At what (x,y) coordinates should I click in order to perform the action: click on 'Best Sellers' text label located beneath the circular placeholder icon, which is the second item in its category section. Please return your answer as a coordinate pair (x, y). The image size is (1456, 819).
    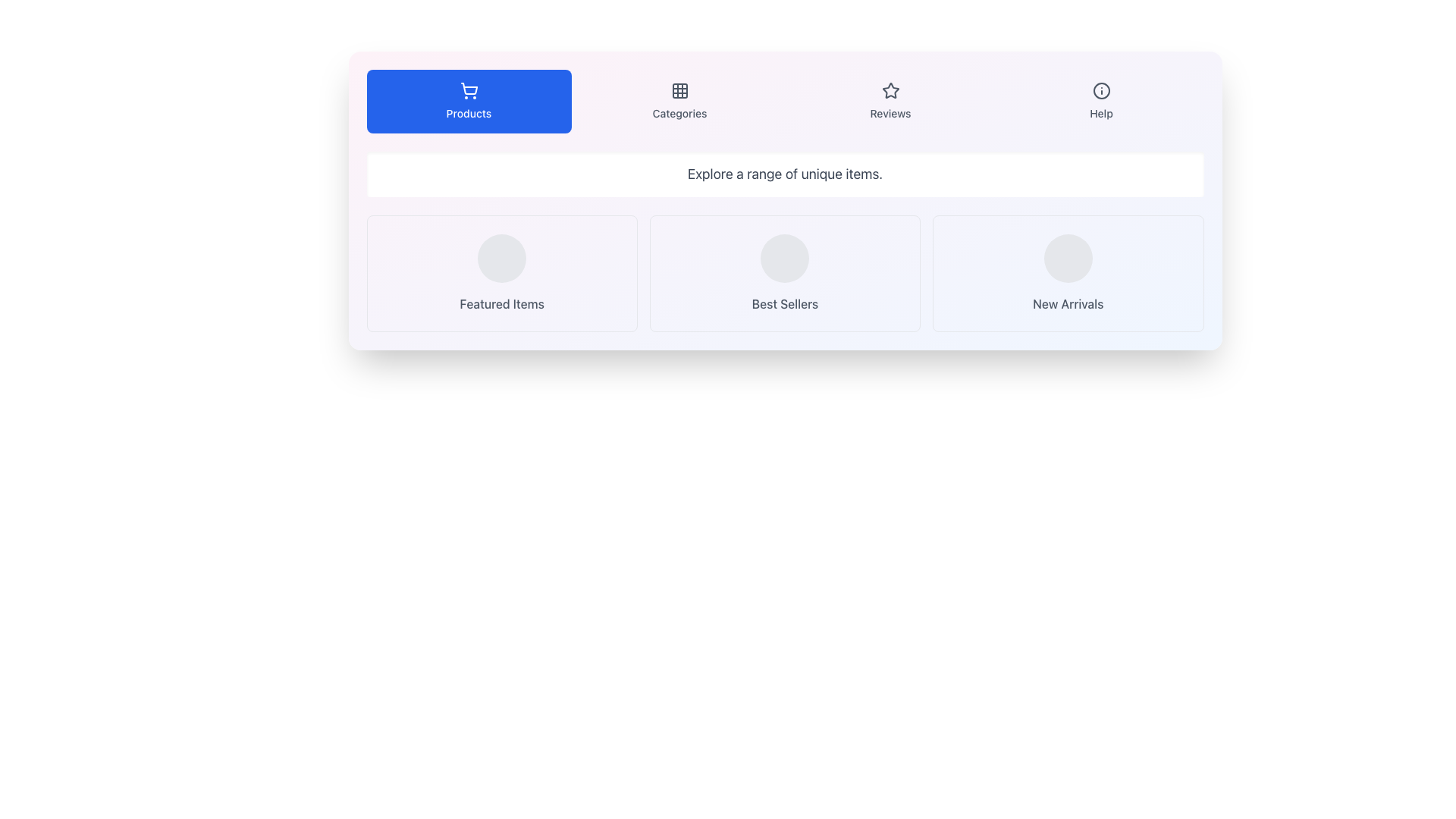
    Looking at the image, I should click on (785, 304).